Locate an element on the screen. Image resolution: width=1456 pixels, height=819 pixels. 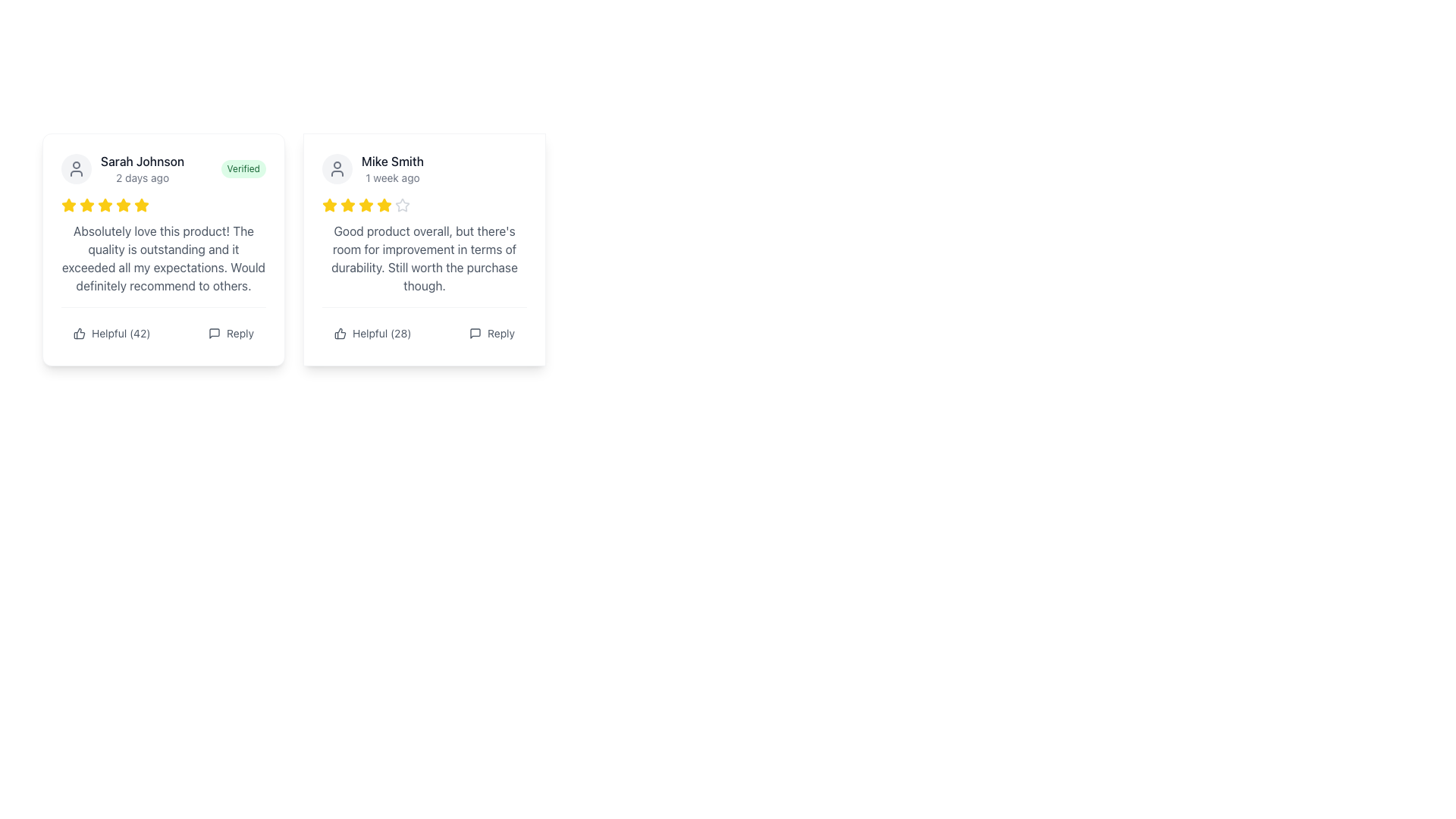
the username 'Sarah Johnson' in the user information panel is located at coordinates (164, 169).